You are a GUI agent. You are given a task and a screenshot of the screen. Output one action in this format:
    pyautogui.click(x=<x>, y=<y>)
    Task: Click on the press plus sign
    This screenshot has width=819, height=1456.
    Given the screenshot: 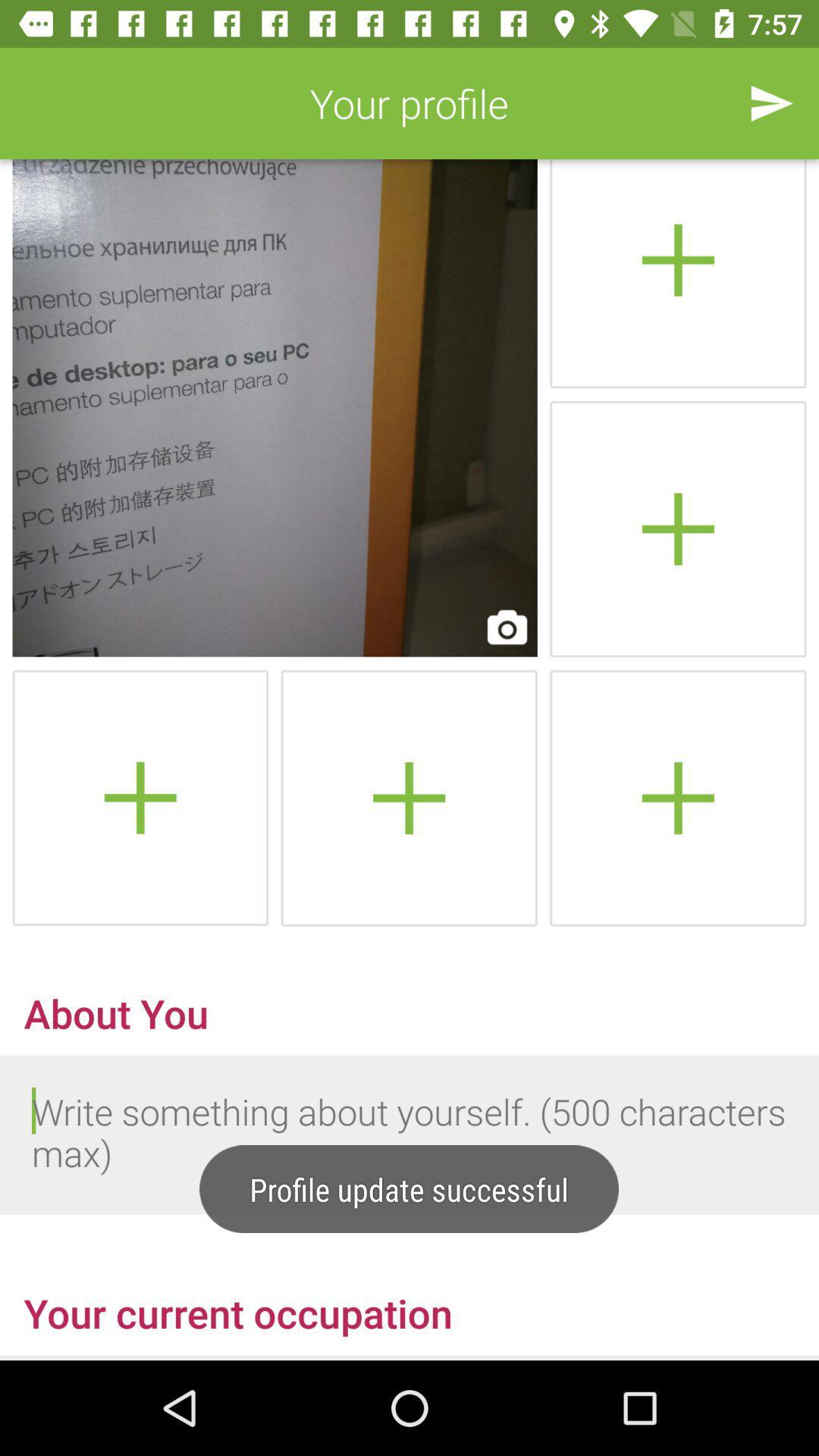 What is the action you would take?
    pyautogui.click(x=677, y=529)
    